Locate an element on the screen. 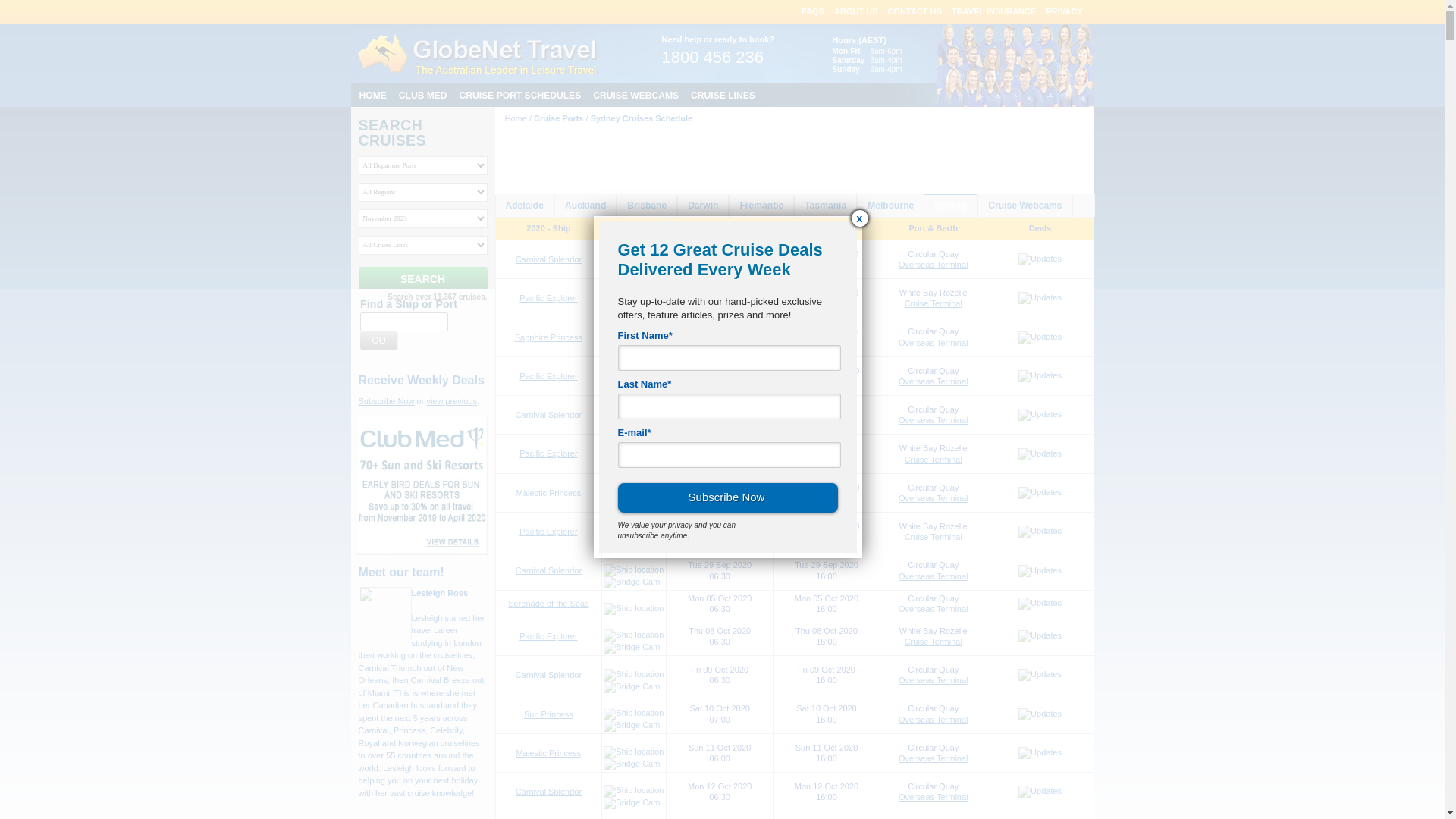 This screenshot has width=1456, height=819. 'Bridge Cam' is located at coordinates (603, 724).